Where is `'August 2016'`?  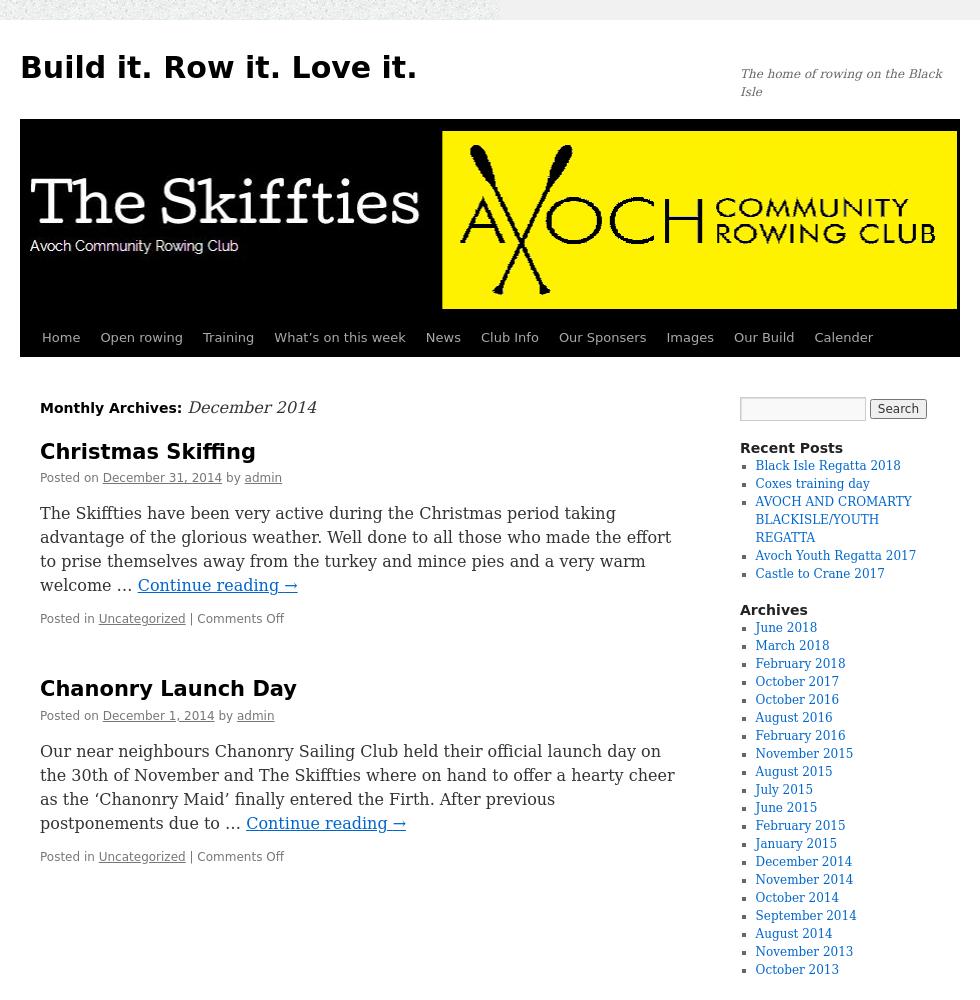
'August 2016' is located at coordinates (793, 717).